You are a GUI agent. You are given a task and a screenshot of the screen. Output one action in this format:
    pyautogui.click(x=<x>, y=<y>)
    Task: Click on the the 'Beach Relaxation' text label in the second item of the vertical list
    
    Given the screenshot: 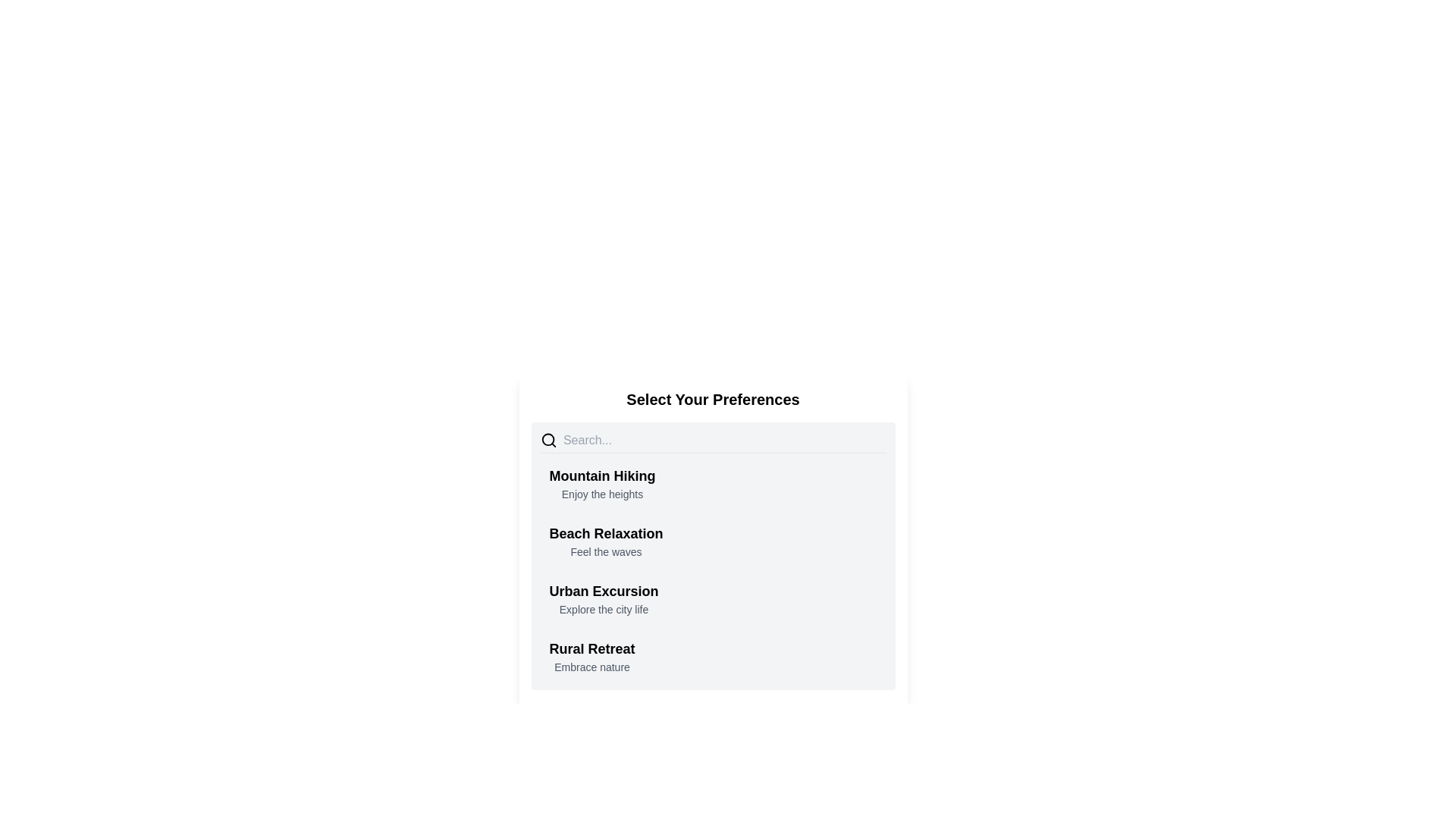 What is the action you would take?
    pyautogui.click(x=605, y=540)
    